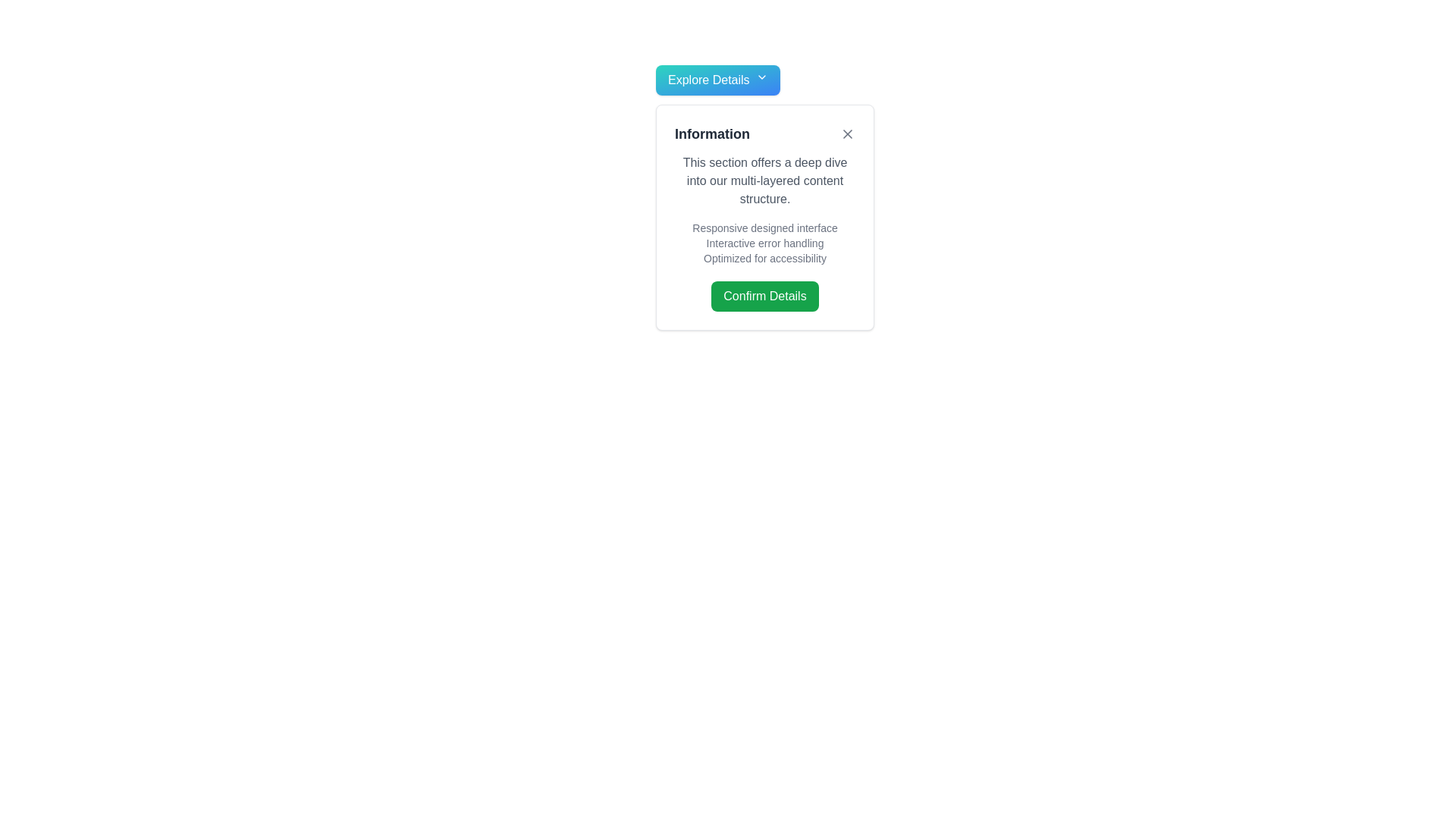  Describe the element at coordinates (847, 133) in the screenshot. I see `the close button located at the top-right corner of the 'Information' card` at that location.